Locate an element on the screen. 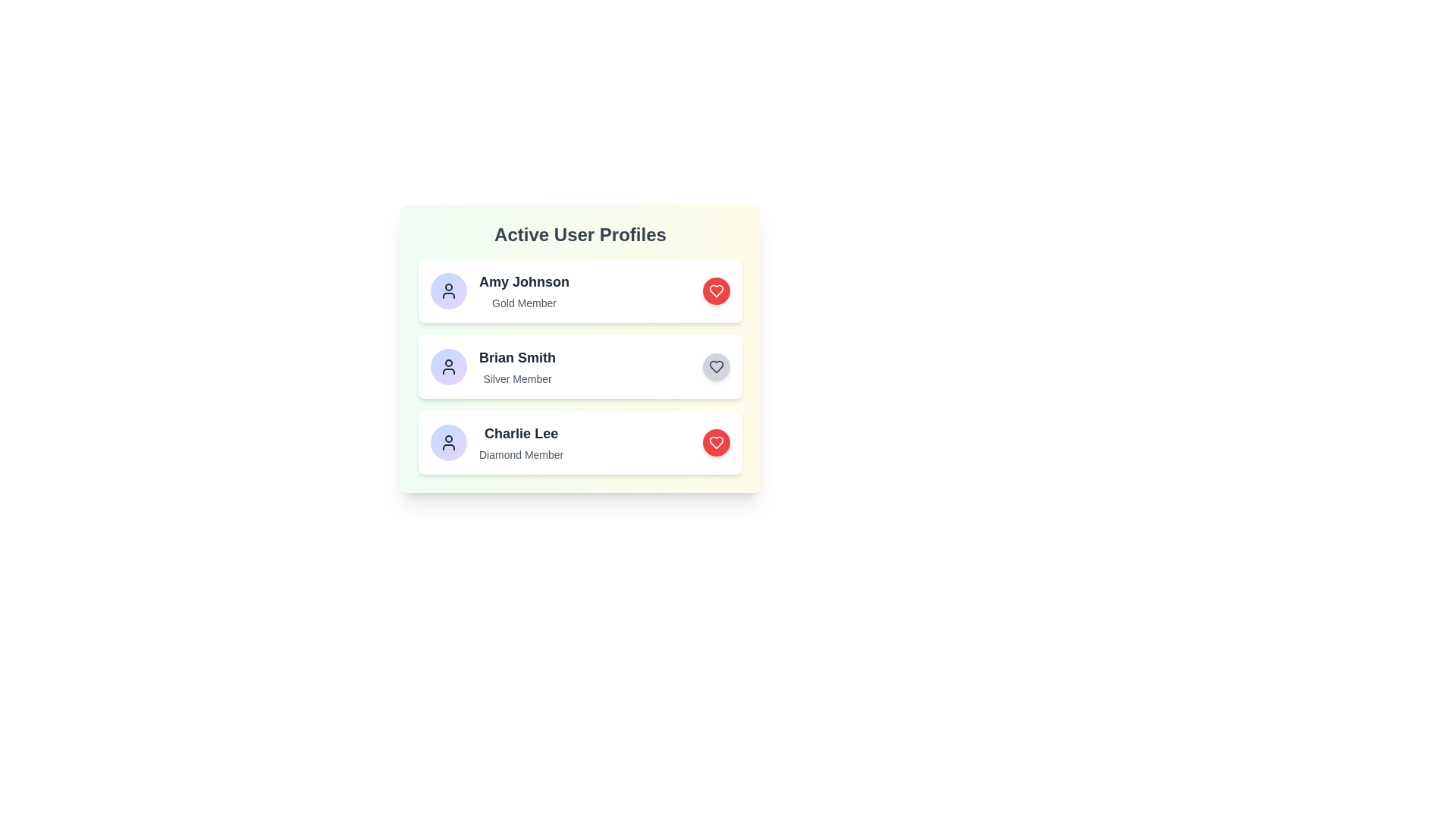  the red heart icon button, which is part of the list entry for 'Amy Johnson' is located at coordinates (716, 291).